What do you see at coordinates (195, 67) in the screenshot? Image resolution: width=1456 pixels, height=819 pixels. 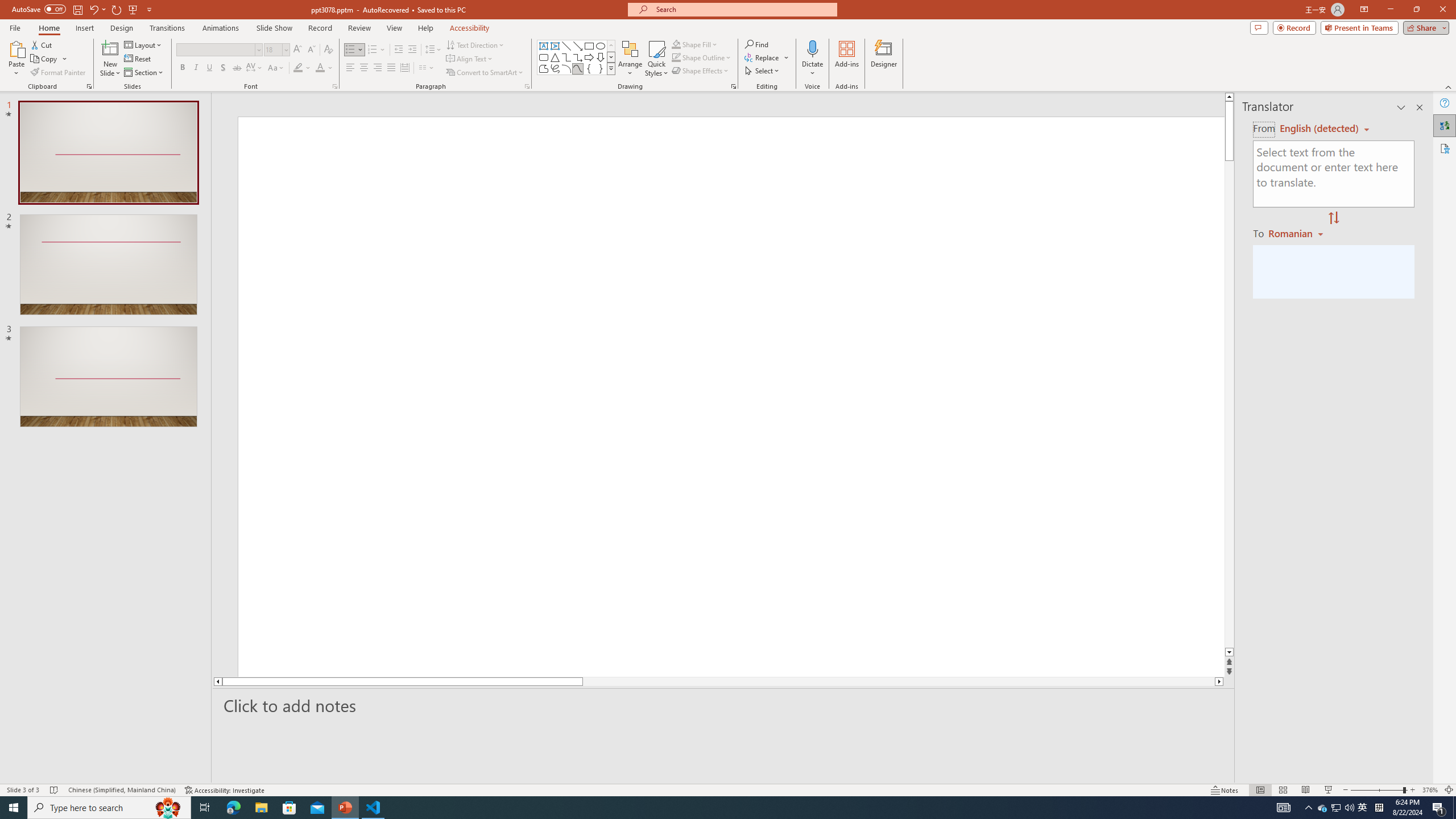 I see `'Italic'` at bounding box center [195, 67].